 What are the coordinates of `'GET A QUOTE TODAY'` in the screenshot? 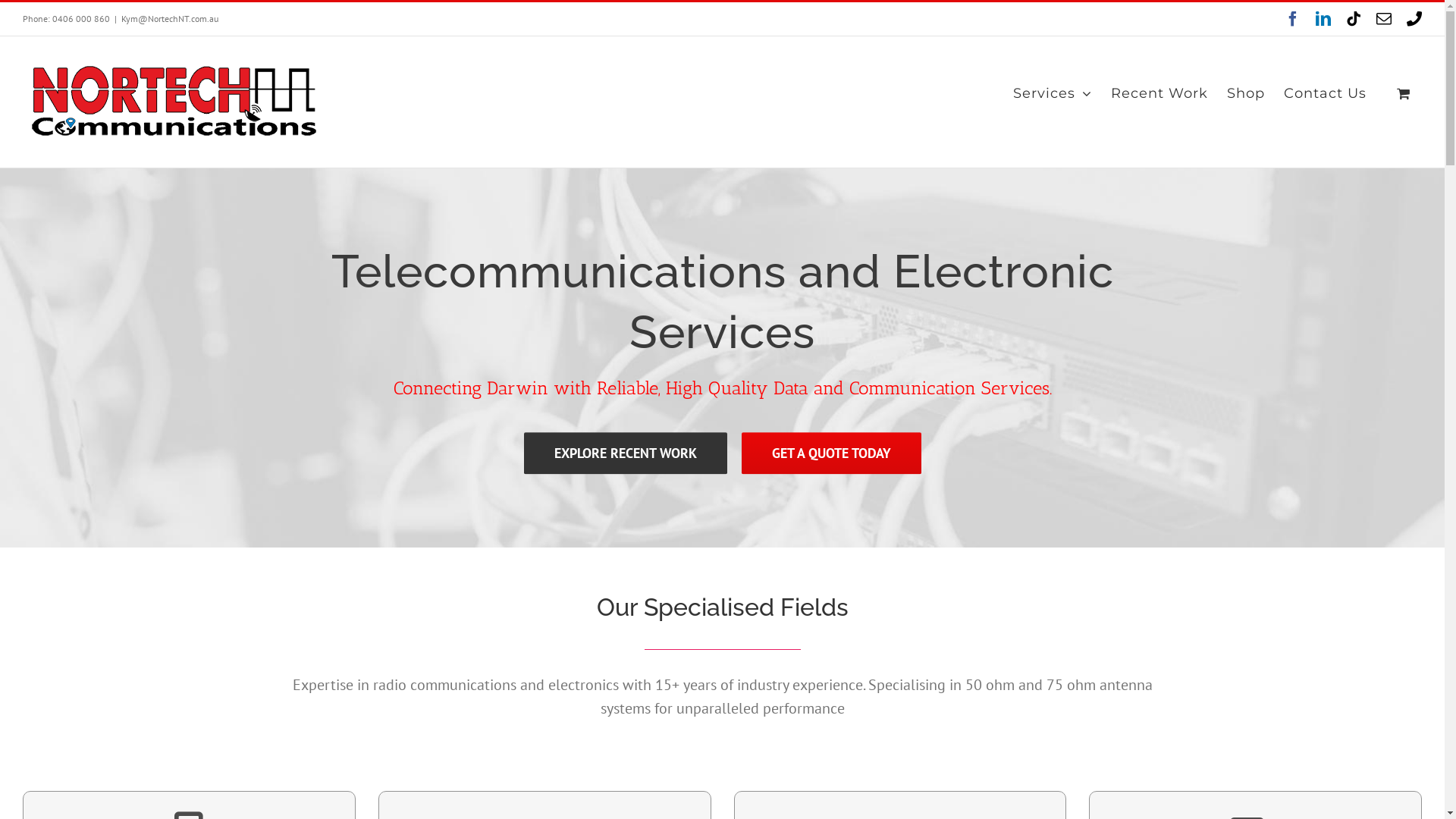 It's located at (742, 452).